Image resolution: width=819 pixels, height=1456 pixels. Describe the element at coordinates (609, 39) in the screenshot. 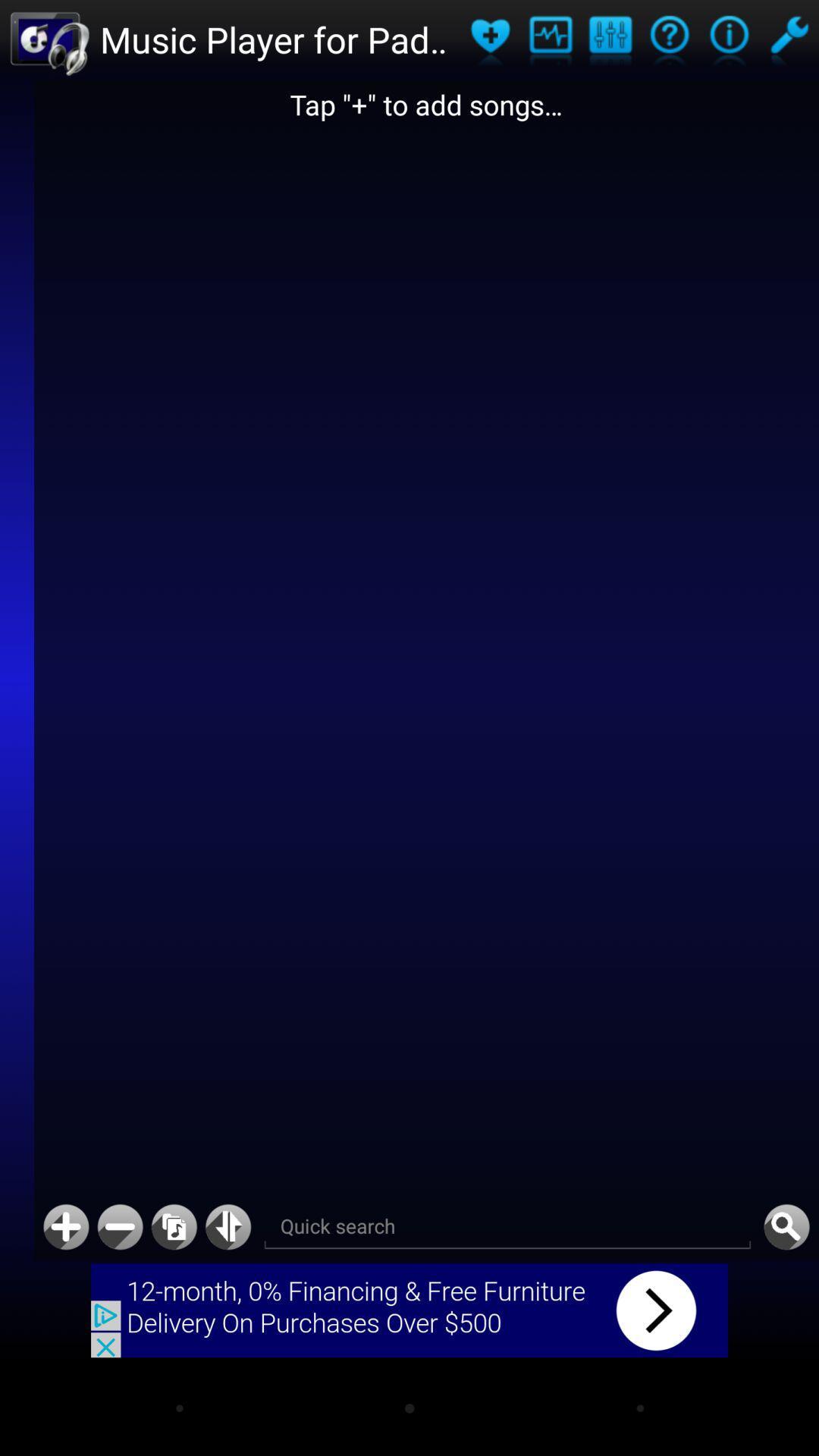

I see `adjust settings` at that location.